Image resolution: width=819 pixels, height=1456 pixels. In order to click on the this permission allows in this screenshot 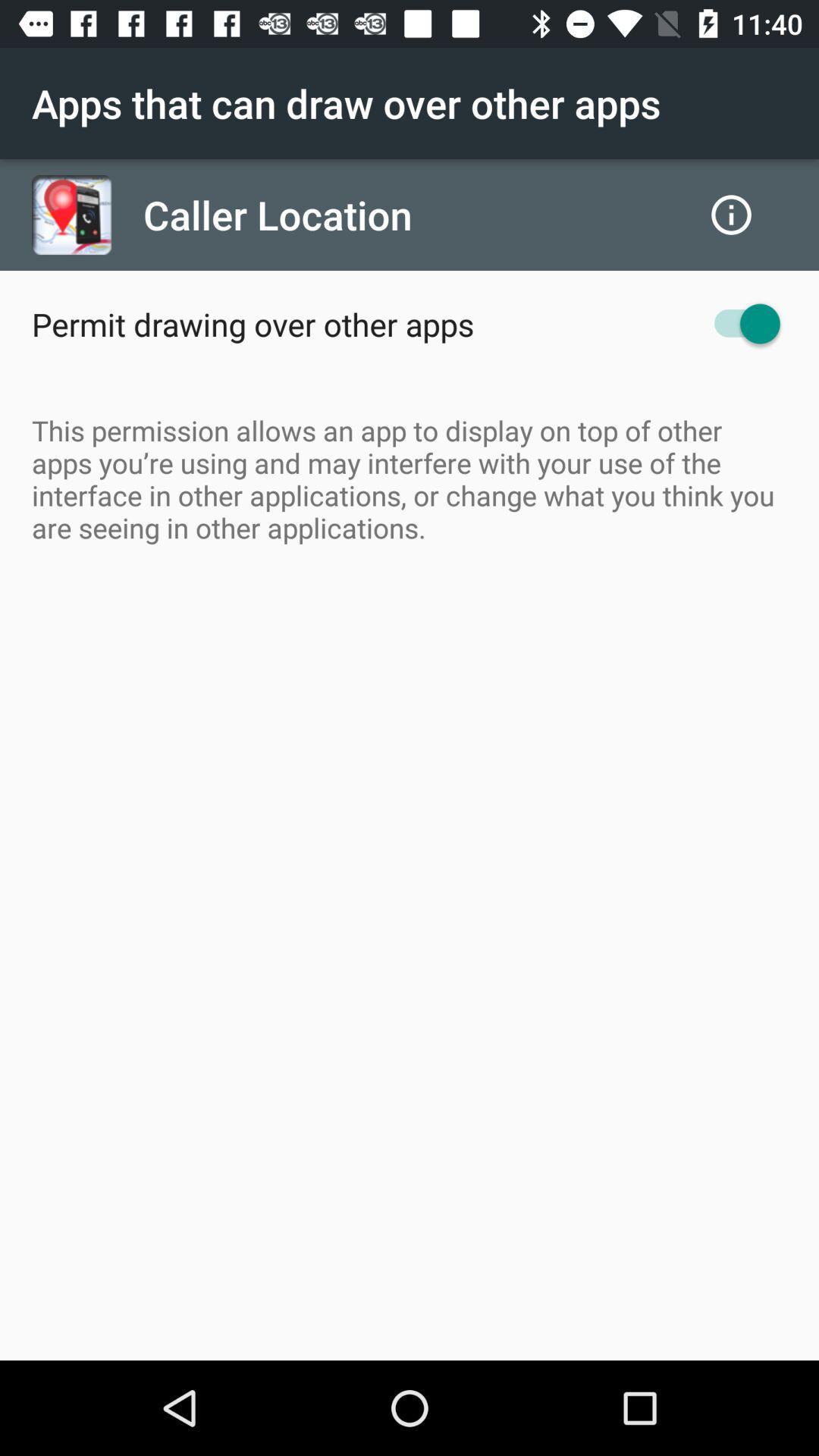, I will do `click(409, 478)`.